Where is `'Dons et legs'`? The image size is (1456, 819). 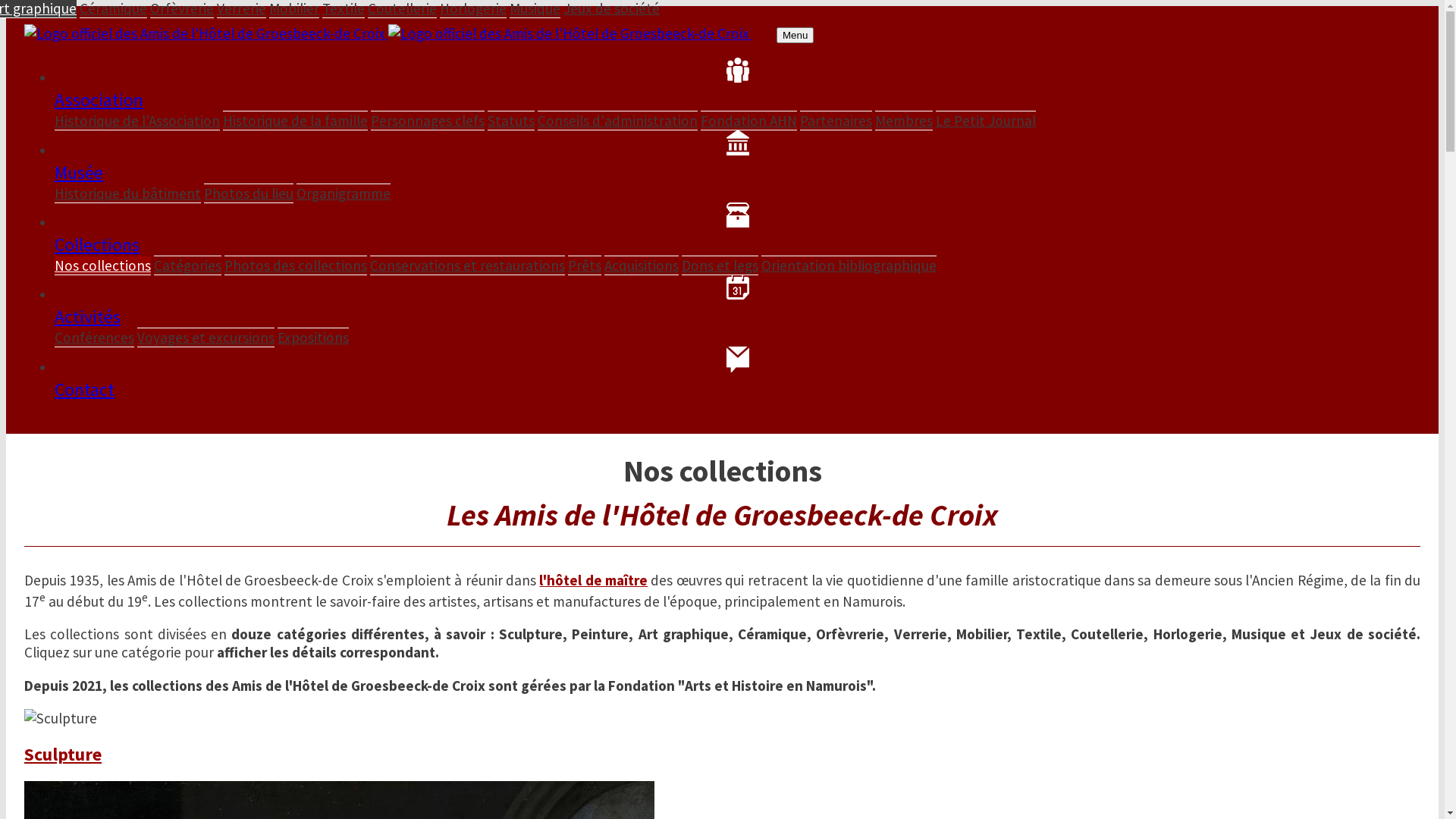 'Dons et legs' is located at coordinates (719, 265).